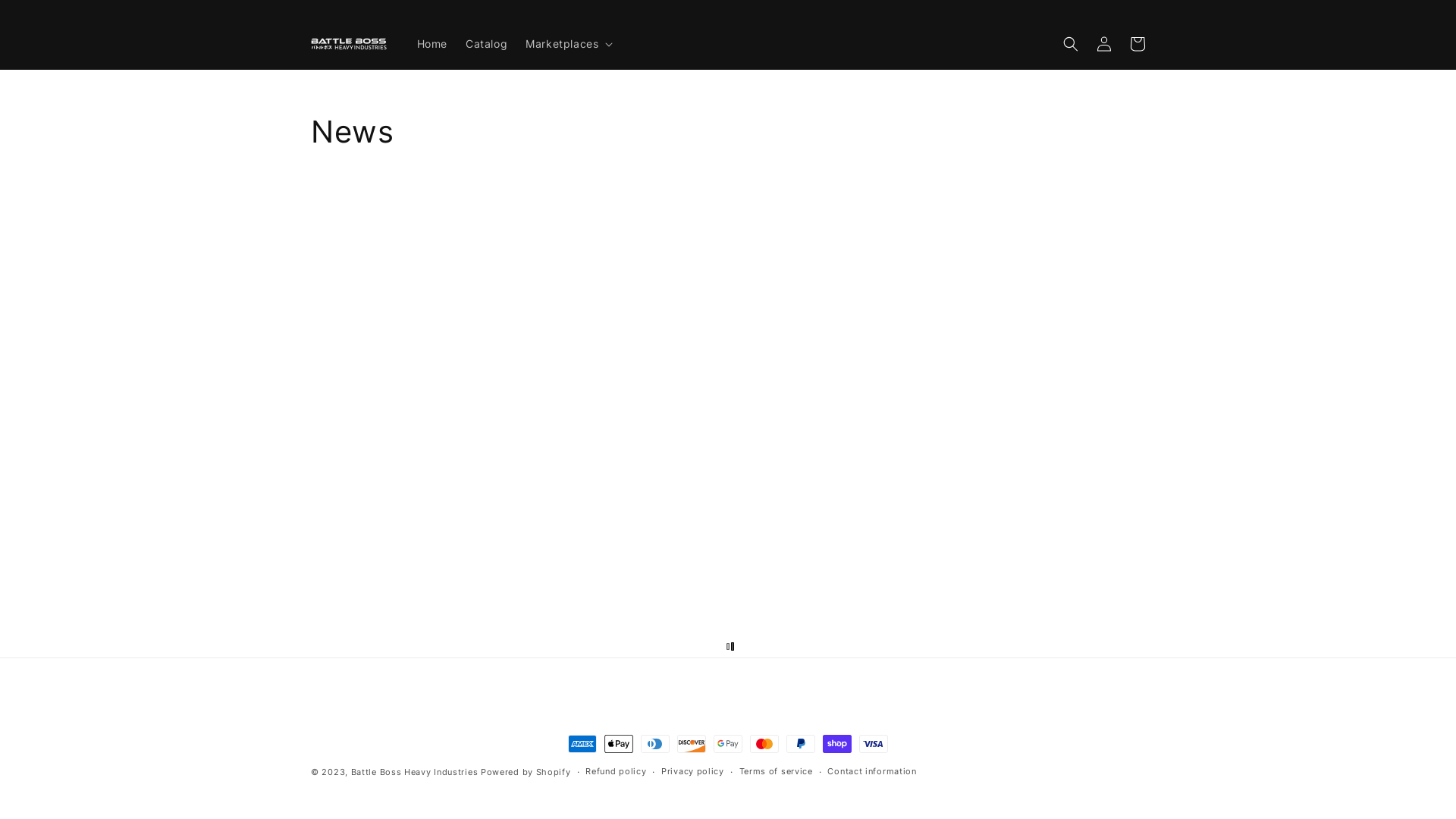  What do you see at coordinates (486, 42) in the screenshot?
I see `'Catalog'` at bounding box center [486, 42].